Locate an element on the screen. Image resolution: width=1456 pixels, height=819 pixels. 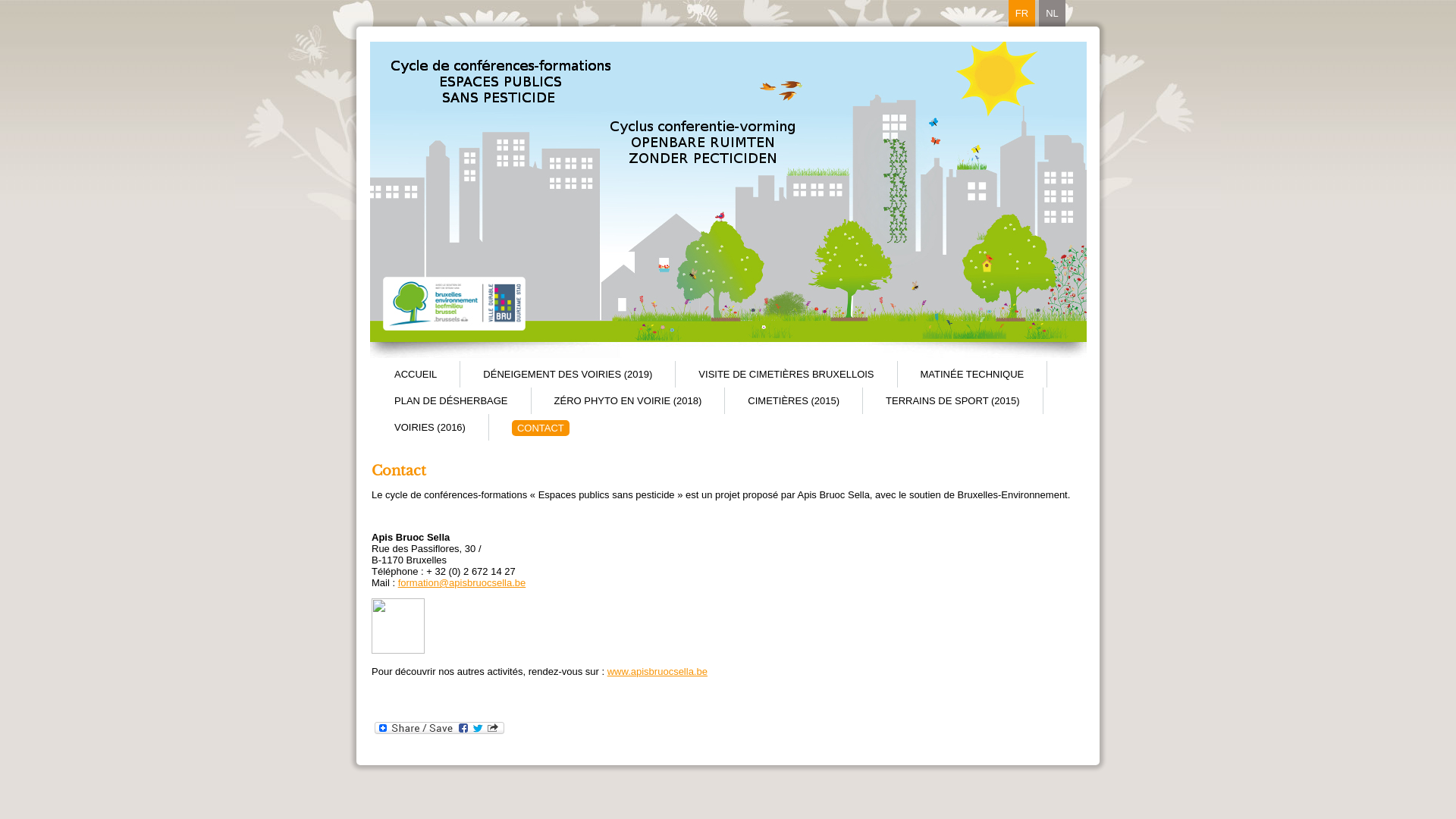
'Aller au contenu principal' is located at coordinates (0, 0).